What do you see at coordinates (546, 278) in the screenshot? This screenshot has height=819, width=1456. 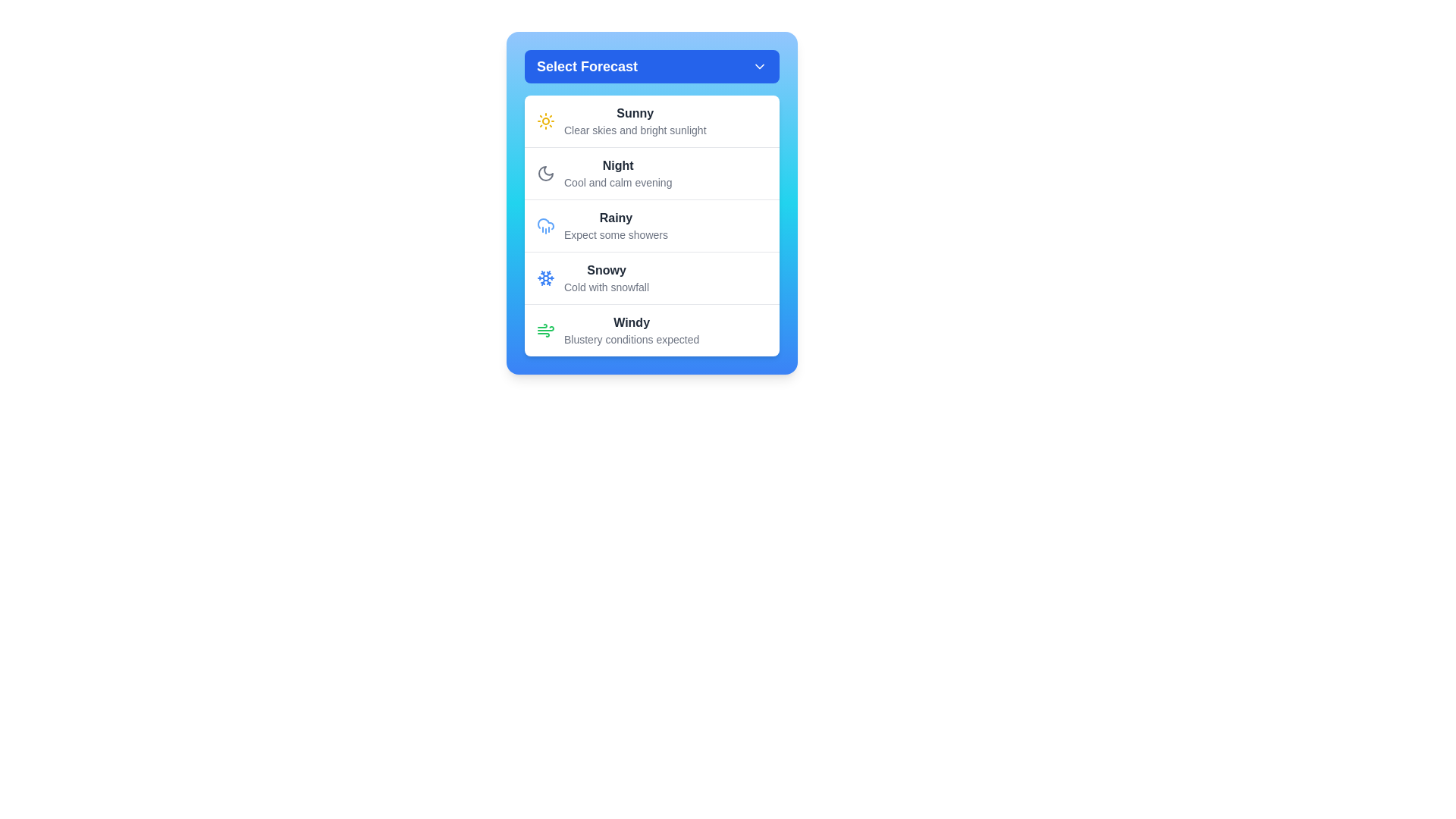 I see `the snowy weather icon at the beginning of the list entry labeled 'Snowy - Cold with snowfall'` at bounding box center [546, 278].